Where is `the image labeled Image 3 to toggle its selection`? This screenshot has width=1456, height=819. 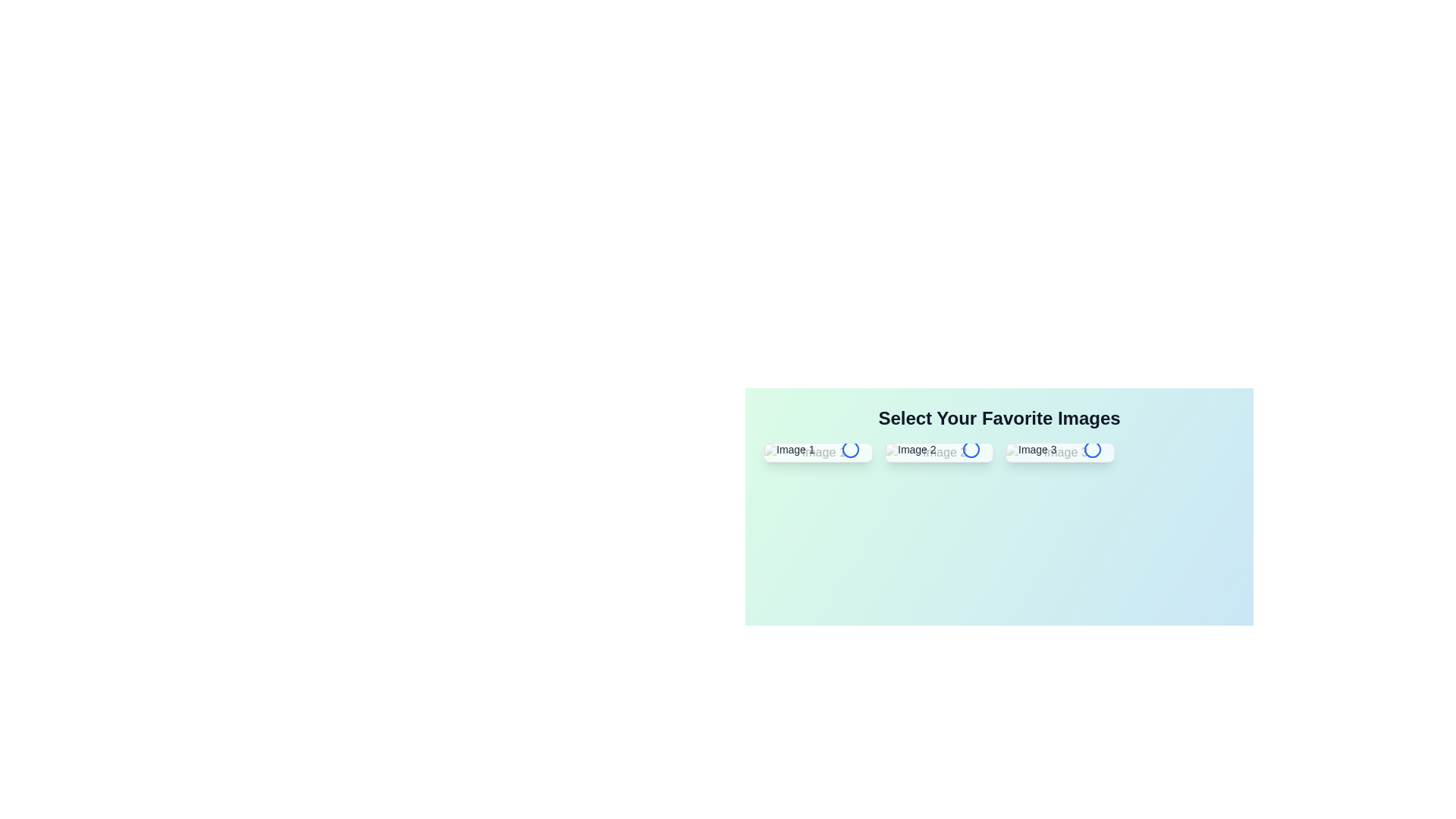
the image labeled Image 3 to toggle its selection is located at coordinates (1059, 452).